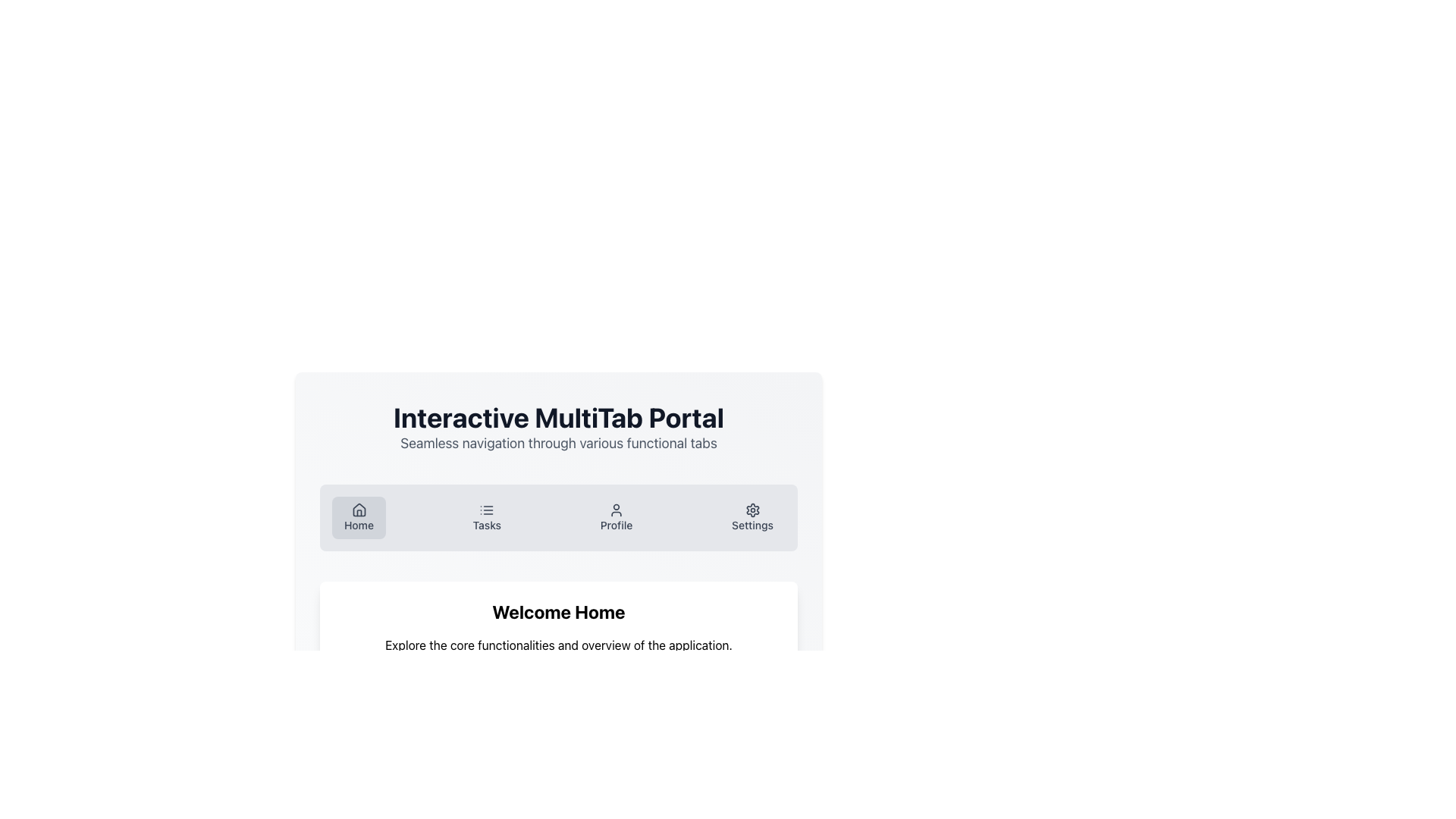  I want to click on the 'Tasks' navigation tab, which is the second item from the left and features a list icon above the text label in a light gray background, so click(487, 516).